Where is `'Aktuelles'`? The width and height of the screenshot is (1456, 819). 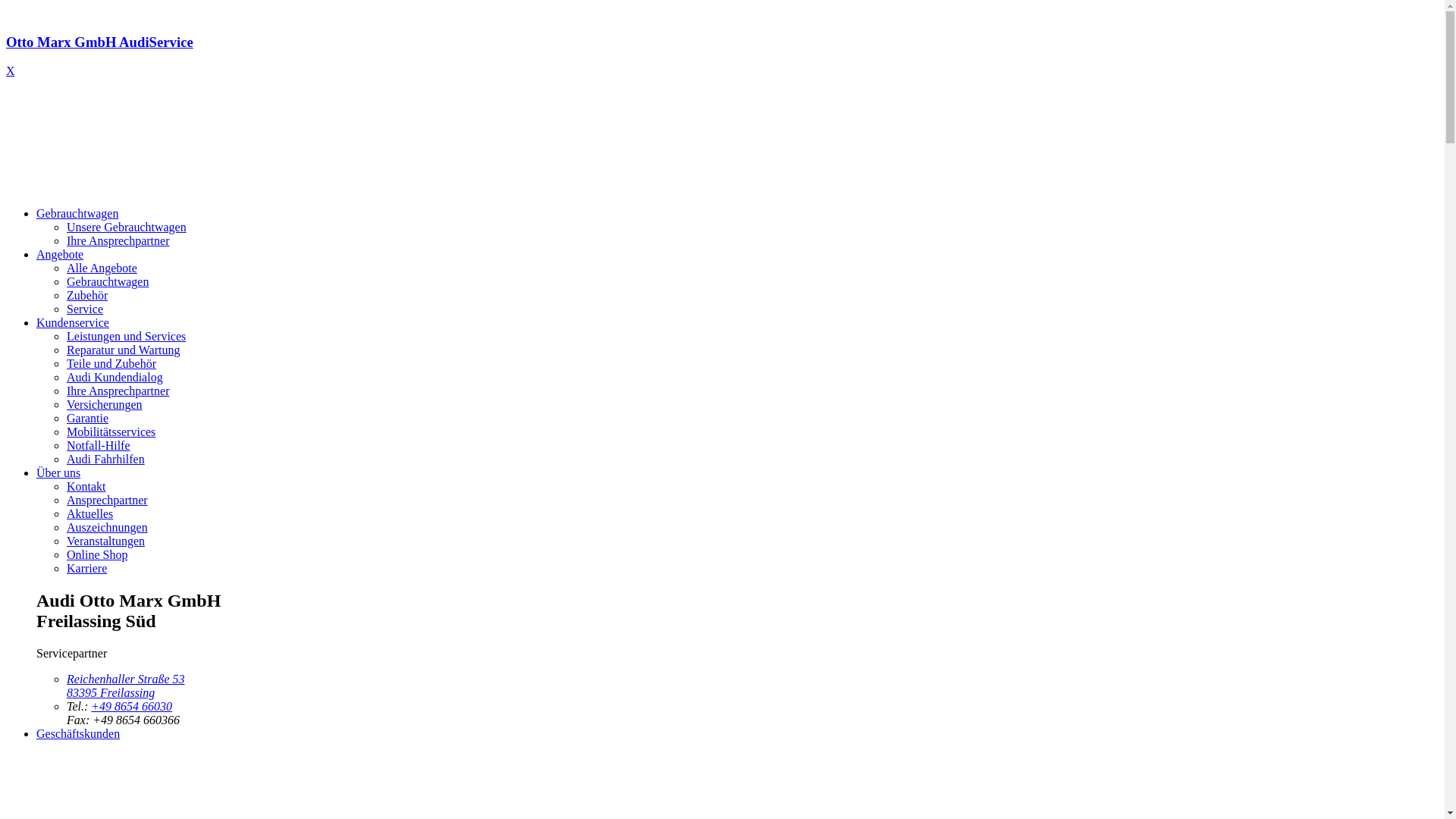
'Aktuelles' is located at coordinates (89, 513).